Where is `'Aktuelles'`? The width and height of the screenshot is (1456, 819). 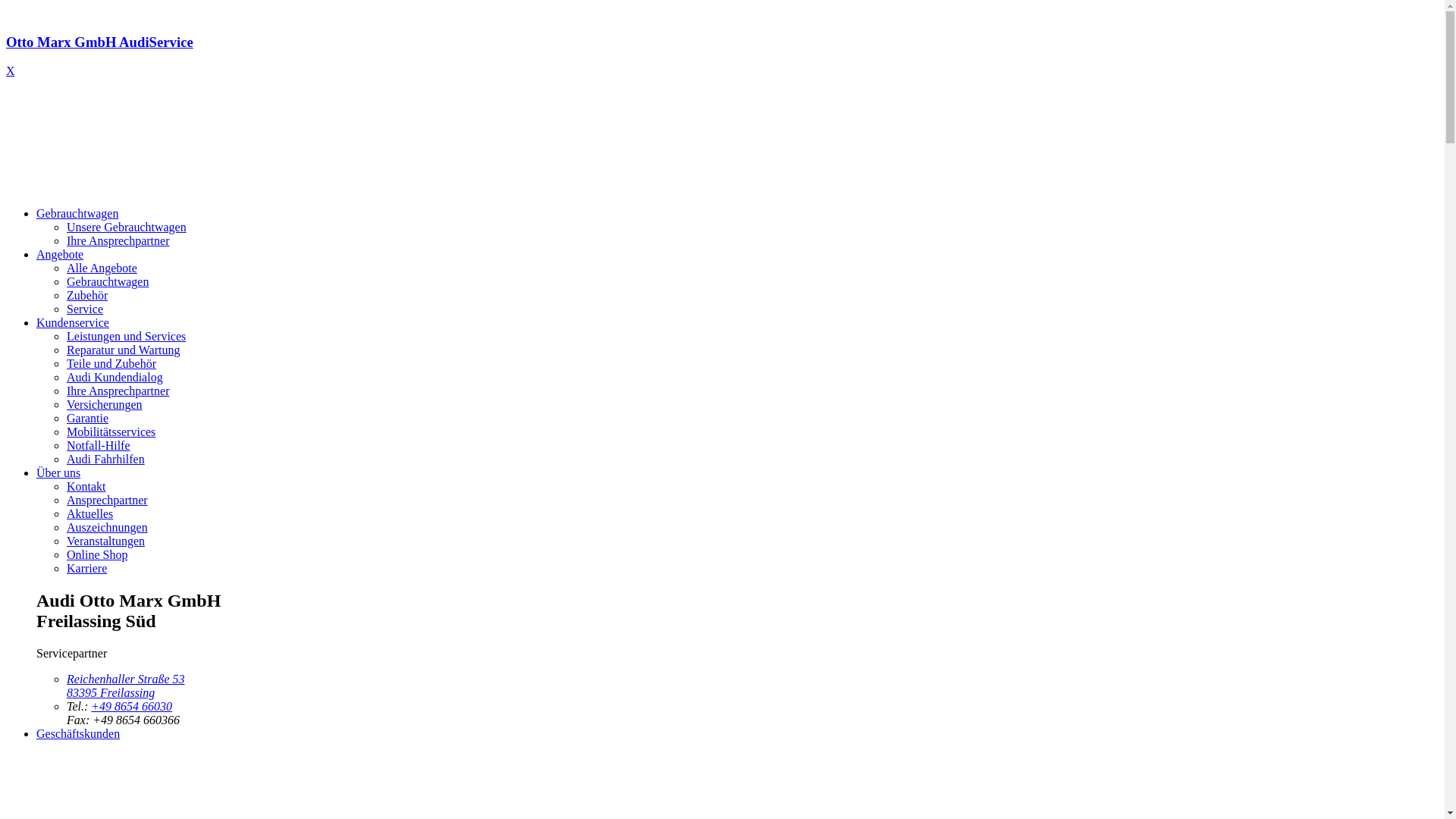
'Aktuelles' is located at coordinates (89, 513).